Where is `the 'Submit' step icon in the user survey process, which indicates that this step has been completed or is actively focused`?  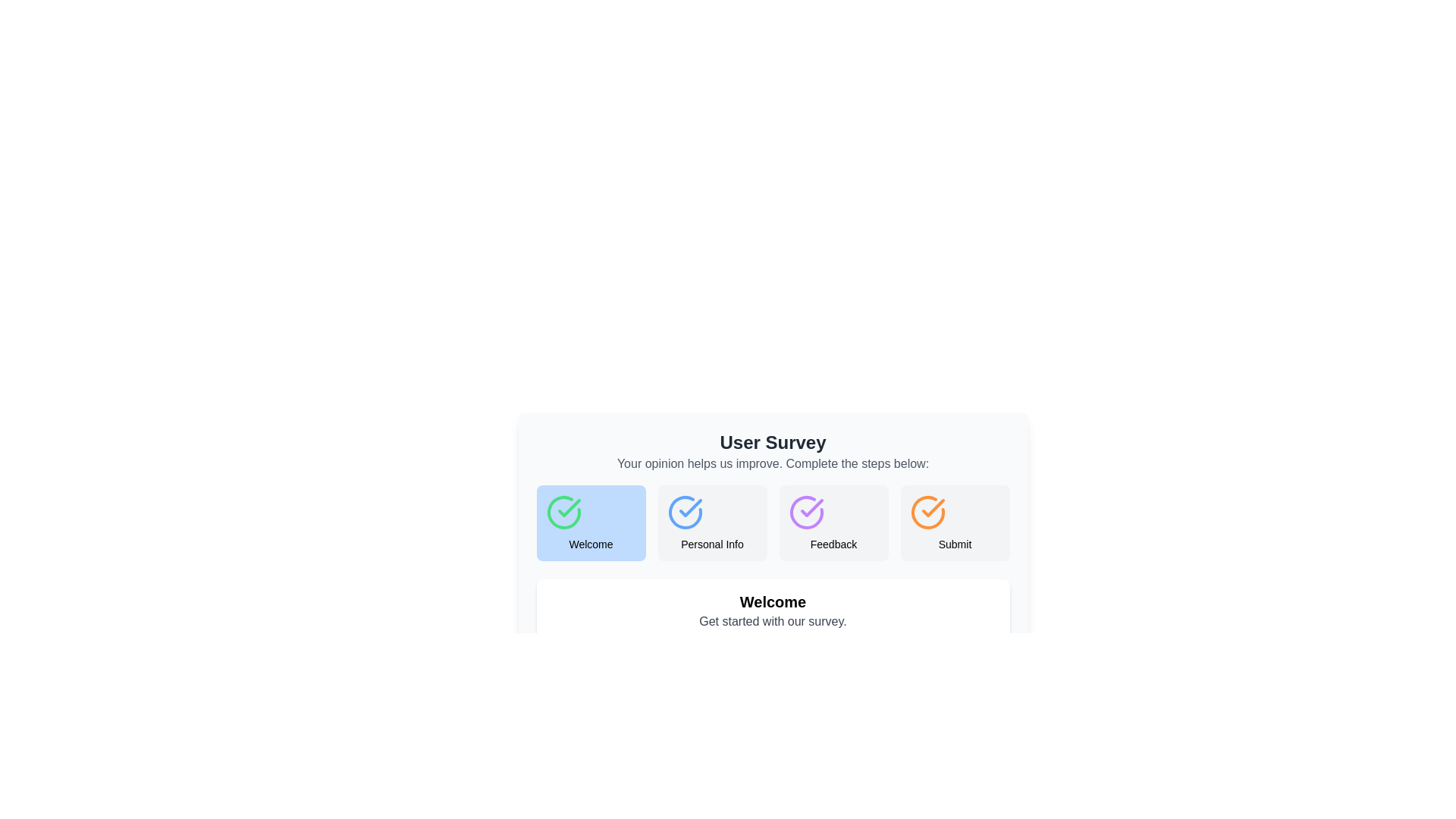
the 'Submit' step icon in the user survey process, which indicates that this step has been completed or is actively focused is located at coordinates (927, 512).